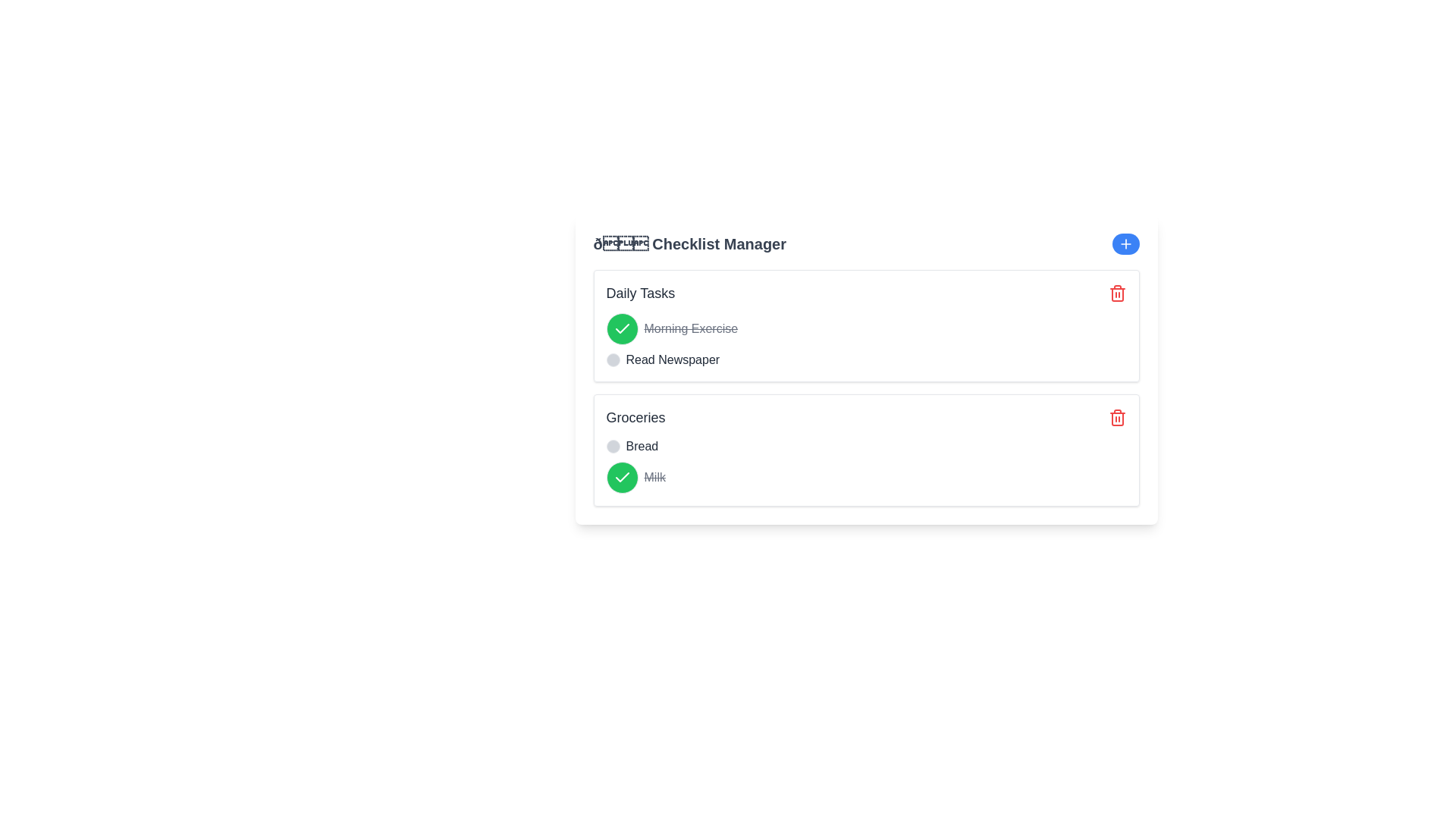 The image size is (1456, 819). What do you see at coordinates (866, 446) in the screenshot?
I see `the status indicator of the 'Bread' list item in the groceries list` at bounding box center [866, 446].